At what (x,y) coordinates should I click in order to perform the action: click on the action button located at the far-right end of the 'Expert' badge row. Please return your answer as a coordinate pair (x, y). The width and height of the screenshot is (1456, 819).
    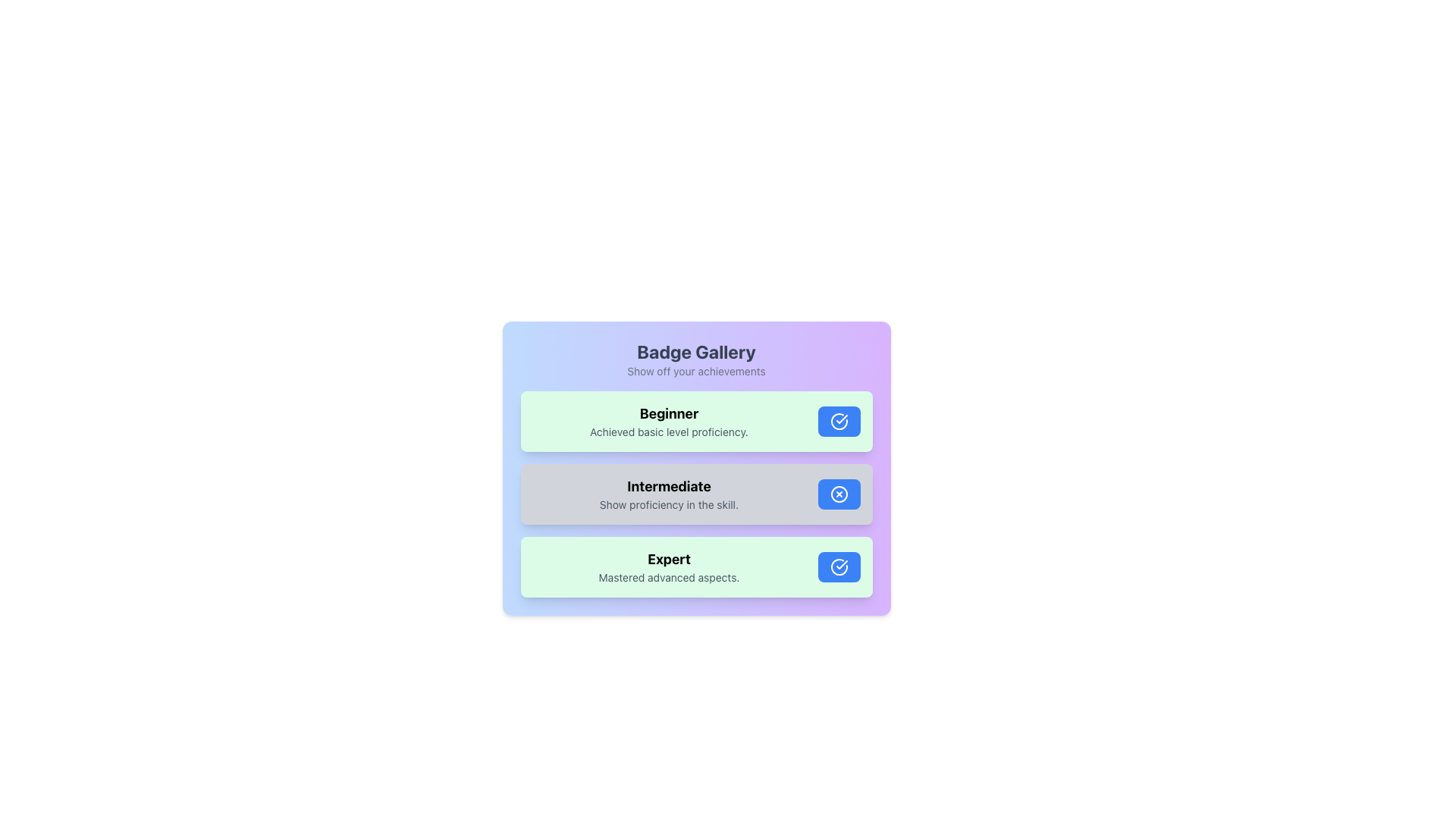
    Looking at the image, I should click on (838, 567).